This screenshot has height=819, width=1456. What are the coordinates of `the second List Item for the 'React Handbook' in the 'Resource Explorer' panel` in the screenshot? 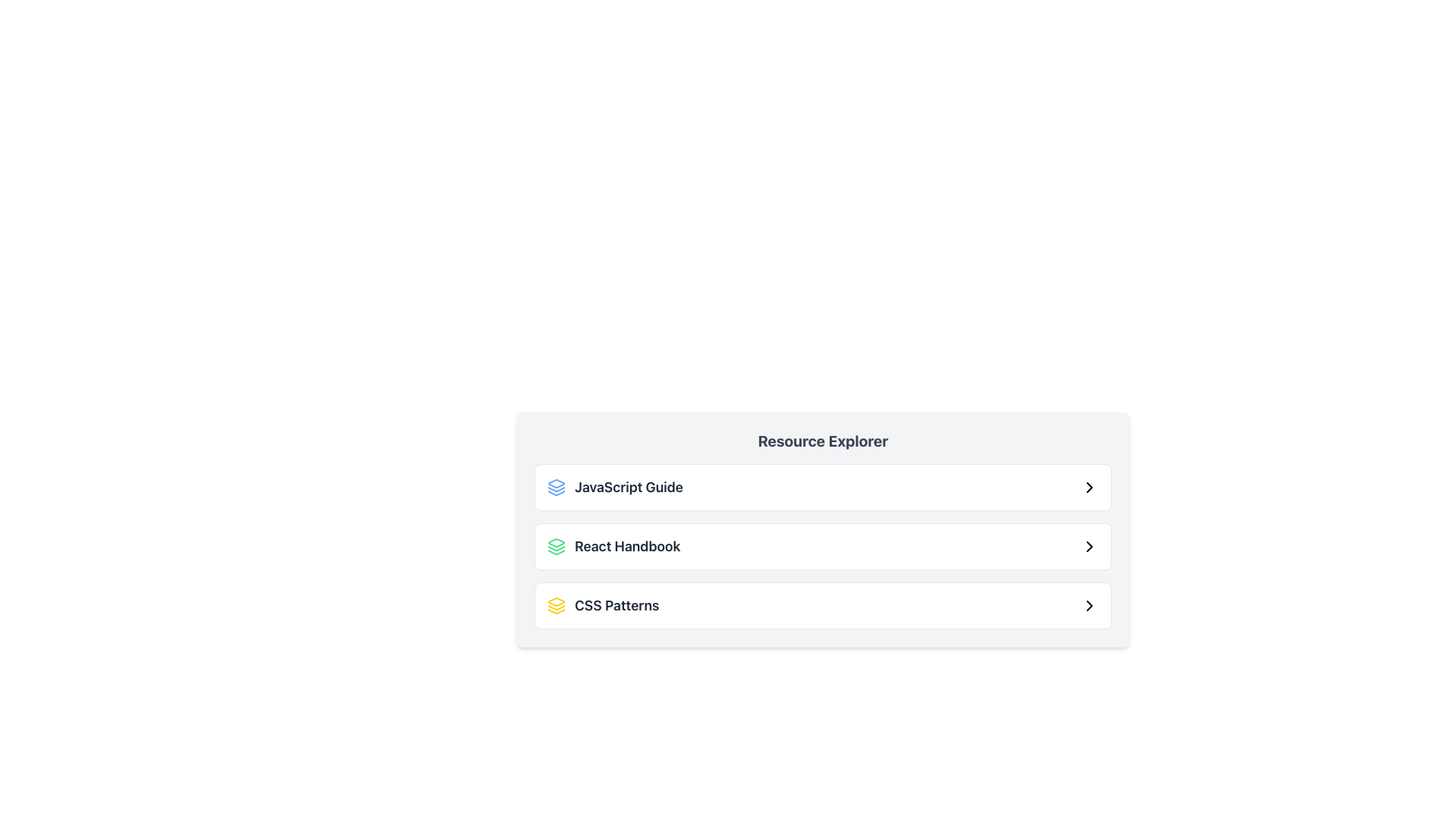 It's located at (822, 529).